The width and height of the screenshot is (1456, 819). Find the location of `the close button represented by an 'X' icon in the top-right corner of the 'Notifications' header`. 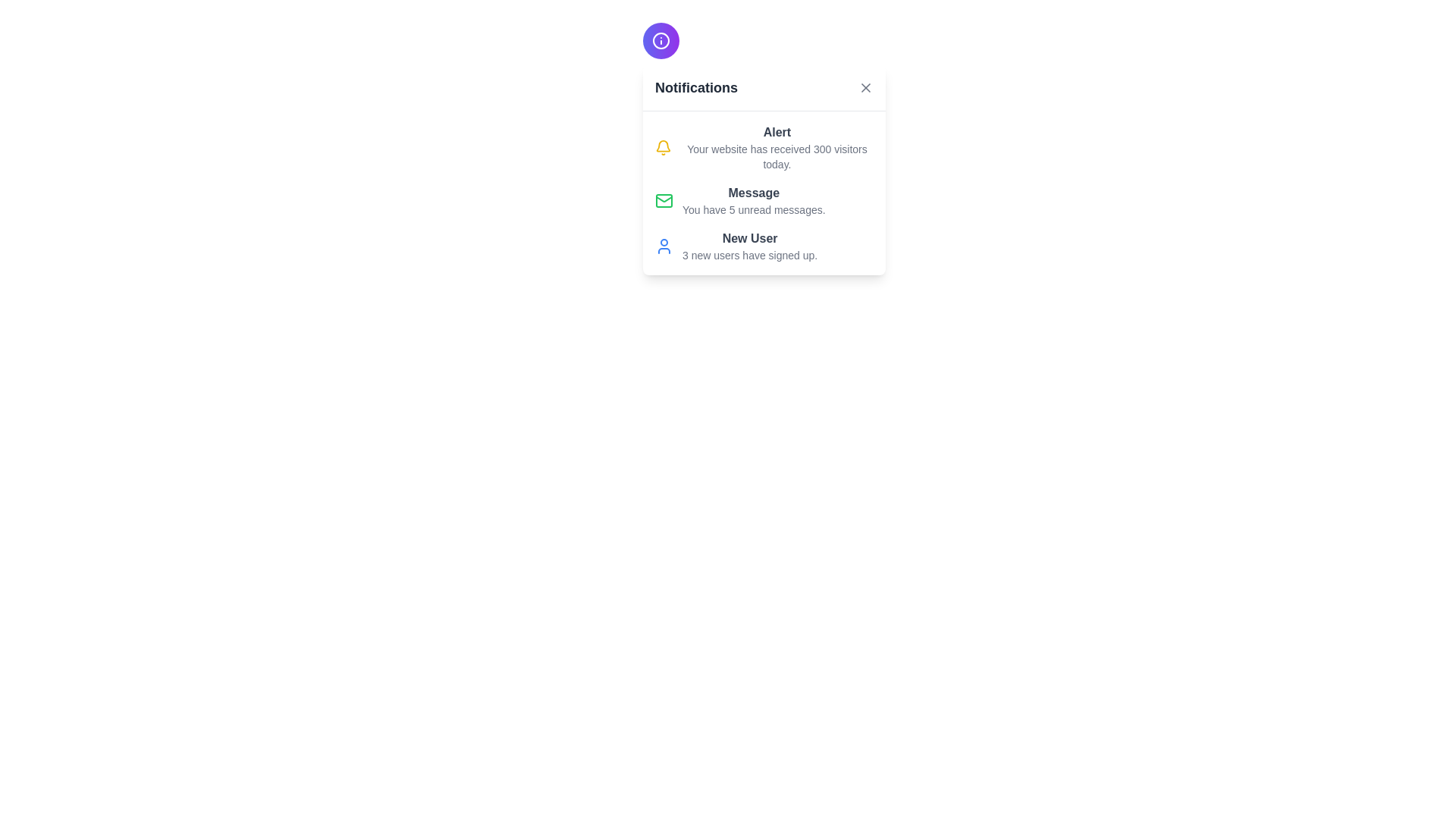

the close button represented by an 'X' icon in the top-right corner of the 'Notifications' header is located at coordinates (866, 87).